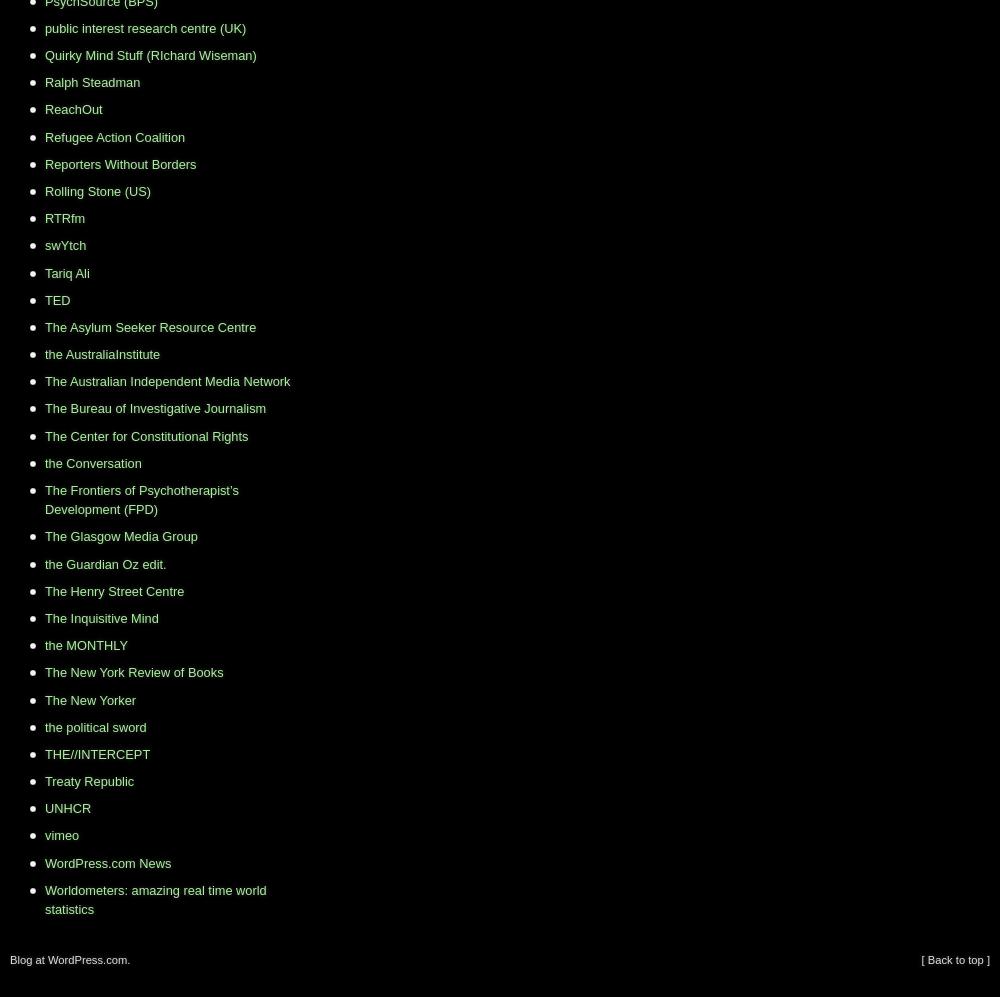  I want to click on 'swYtch', so click(64, 244).